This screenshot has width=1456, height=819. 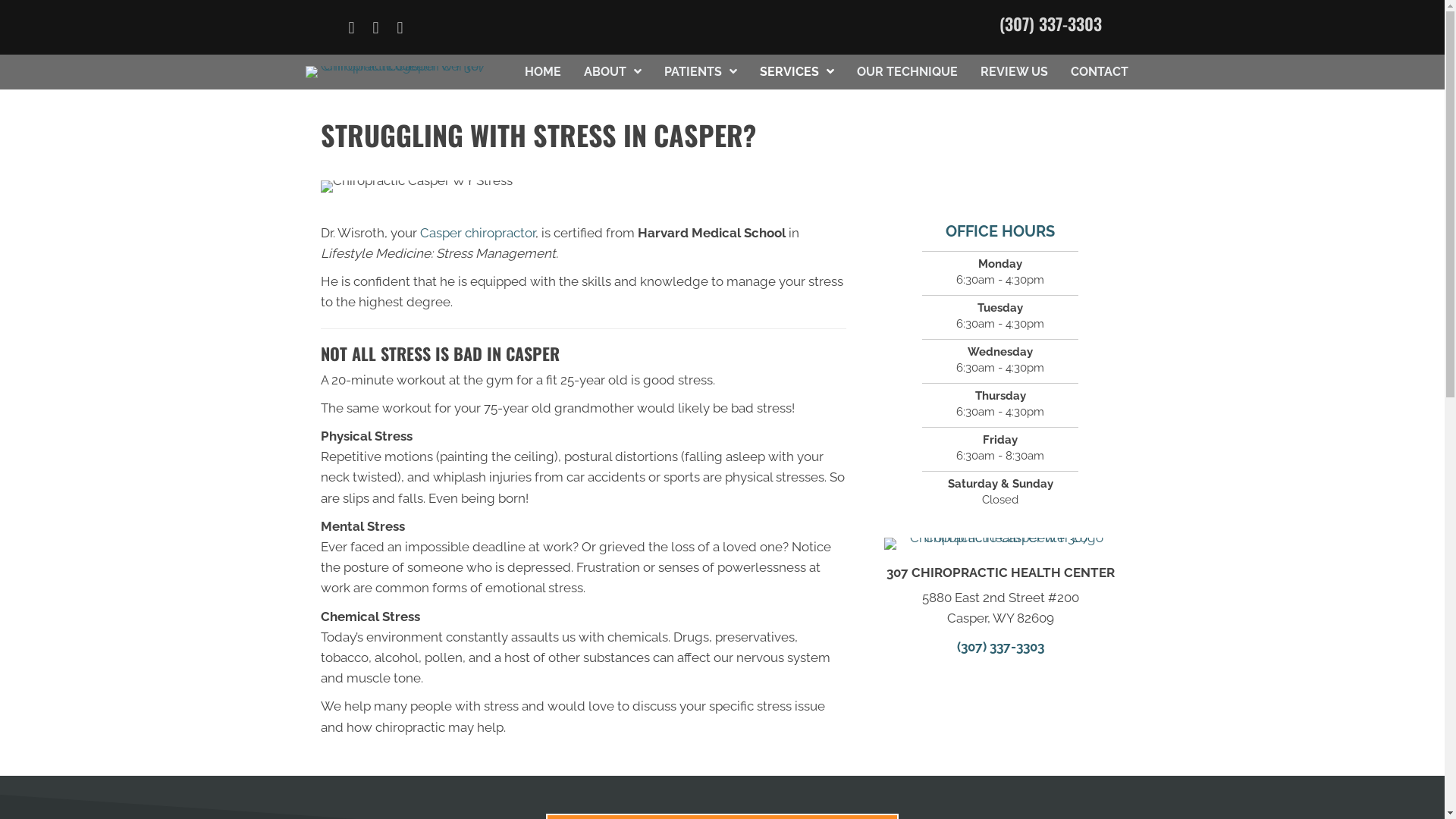 What do you see at coordinates (700, 72) in the screenshot?
I see `'PATIENTS'` at bounding box center [700, 72].